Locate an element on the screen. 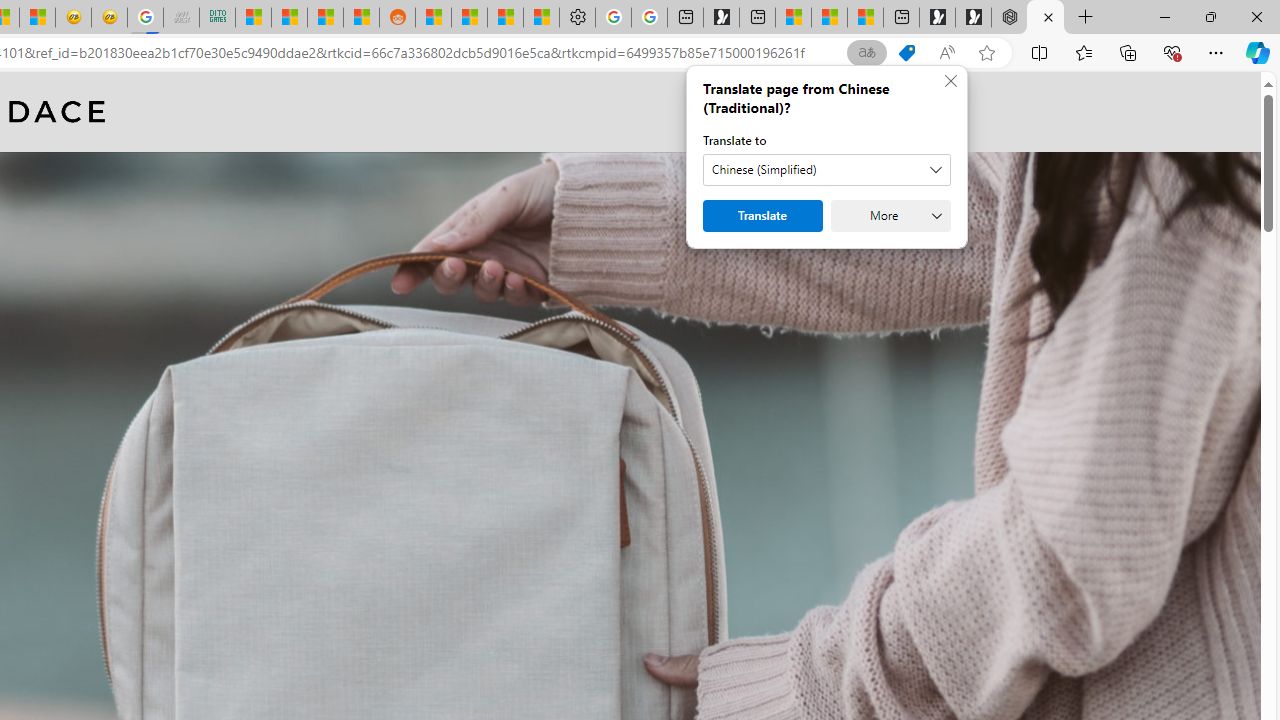 The image size is (1280, 720). 'Translate' is located at coordinates (761, 216).